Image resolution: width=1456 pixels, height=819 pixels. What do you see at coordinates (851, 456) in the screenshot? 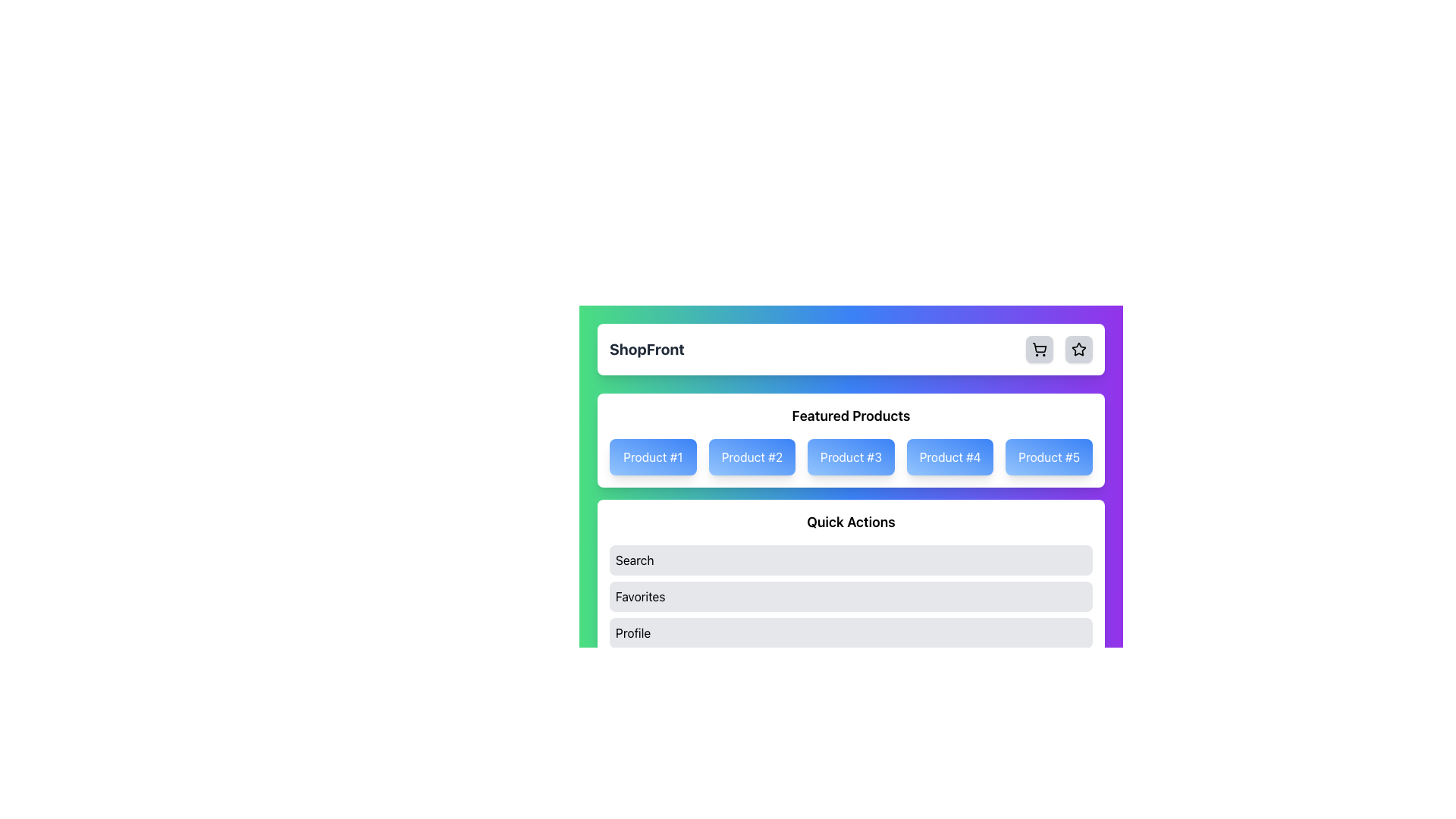
I see `the third button in the 'Featured Products' section` at bounding box center [851, 456].